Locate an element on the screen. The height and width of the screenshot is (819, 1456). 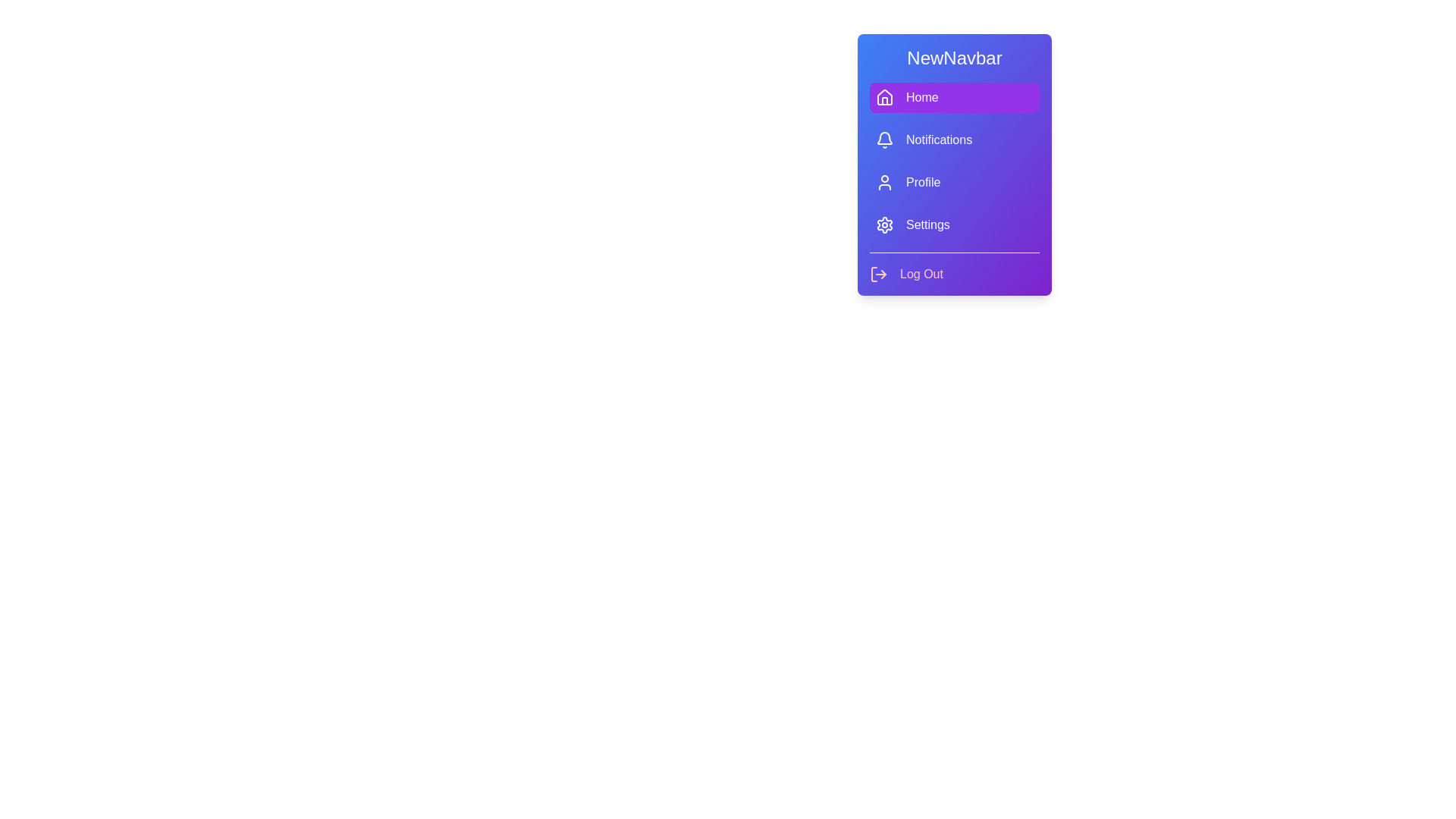
the notification bell icon located to the left of the 'Notifications' text is located at coordinates (884, 140).